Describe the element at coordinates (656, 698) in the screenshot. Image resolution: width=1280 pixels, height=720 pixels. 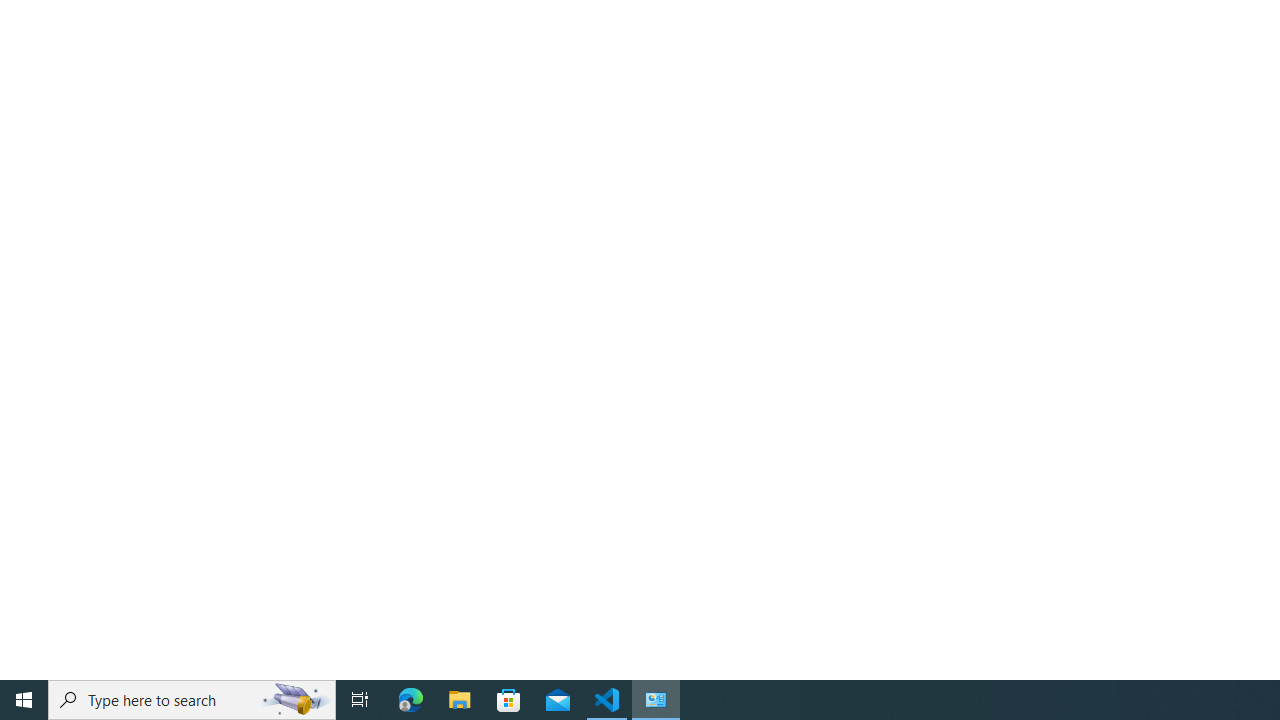
I see `'Control Panel - 1 running window'` at that location.